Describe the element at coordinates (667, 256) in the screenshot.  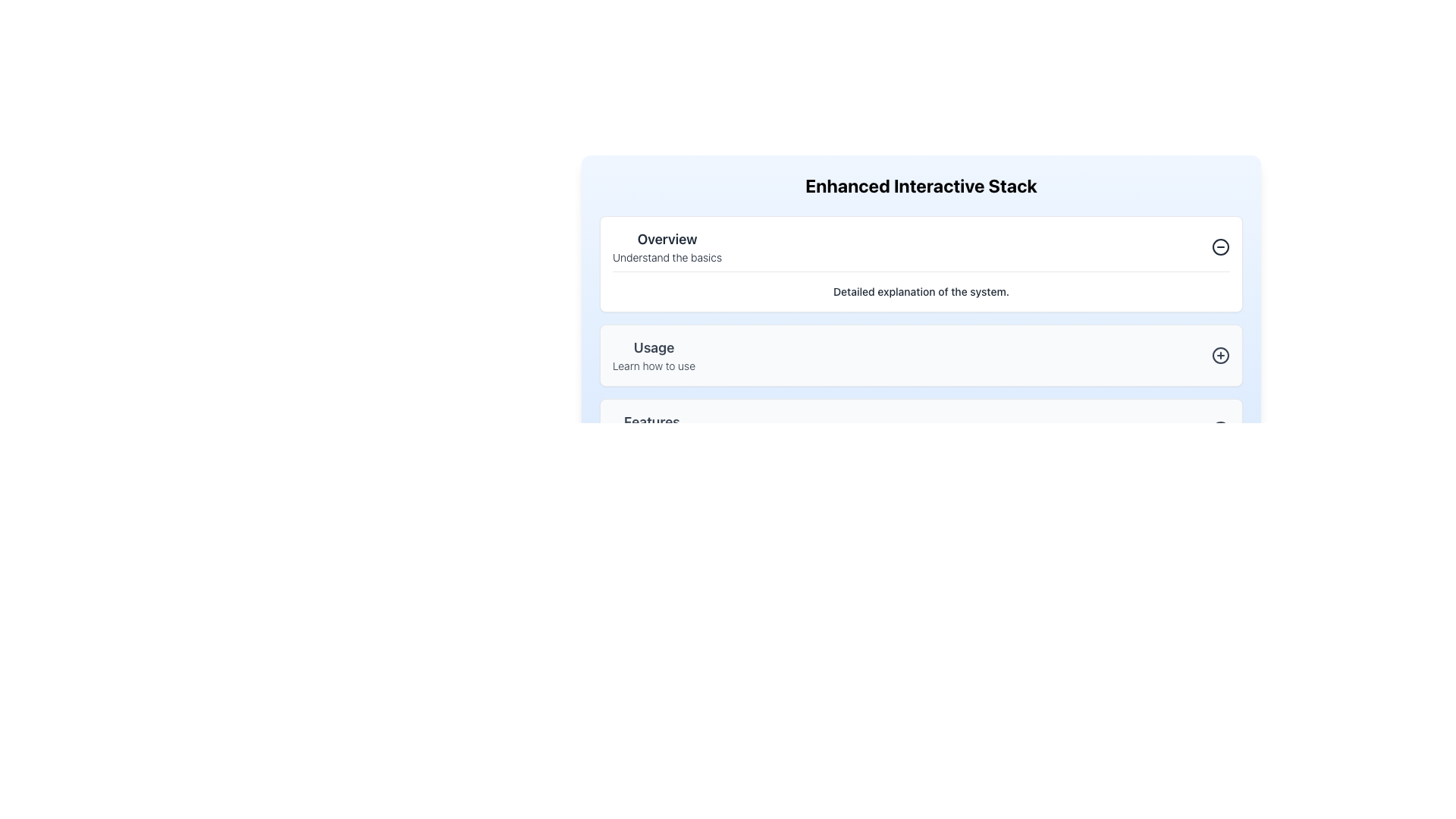
I see `the static text label 'Understand the basics' located below the 'Overview' header, which serves as a descriptive subtext within the grouped section` at that location.